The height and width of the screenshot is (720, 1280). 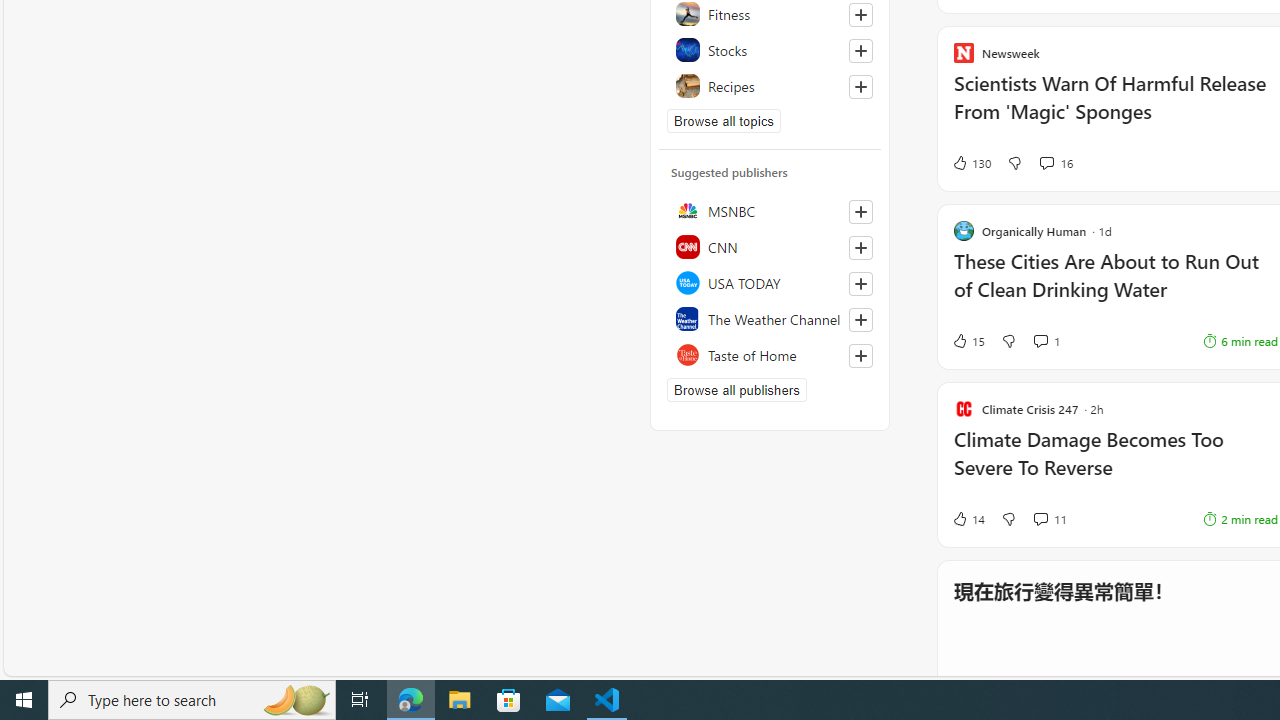 What do you see at coordinates (968, 518) in the screenshot?
I see `'14 Like'` at bounding box center [968, 518].